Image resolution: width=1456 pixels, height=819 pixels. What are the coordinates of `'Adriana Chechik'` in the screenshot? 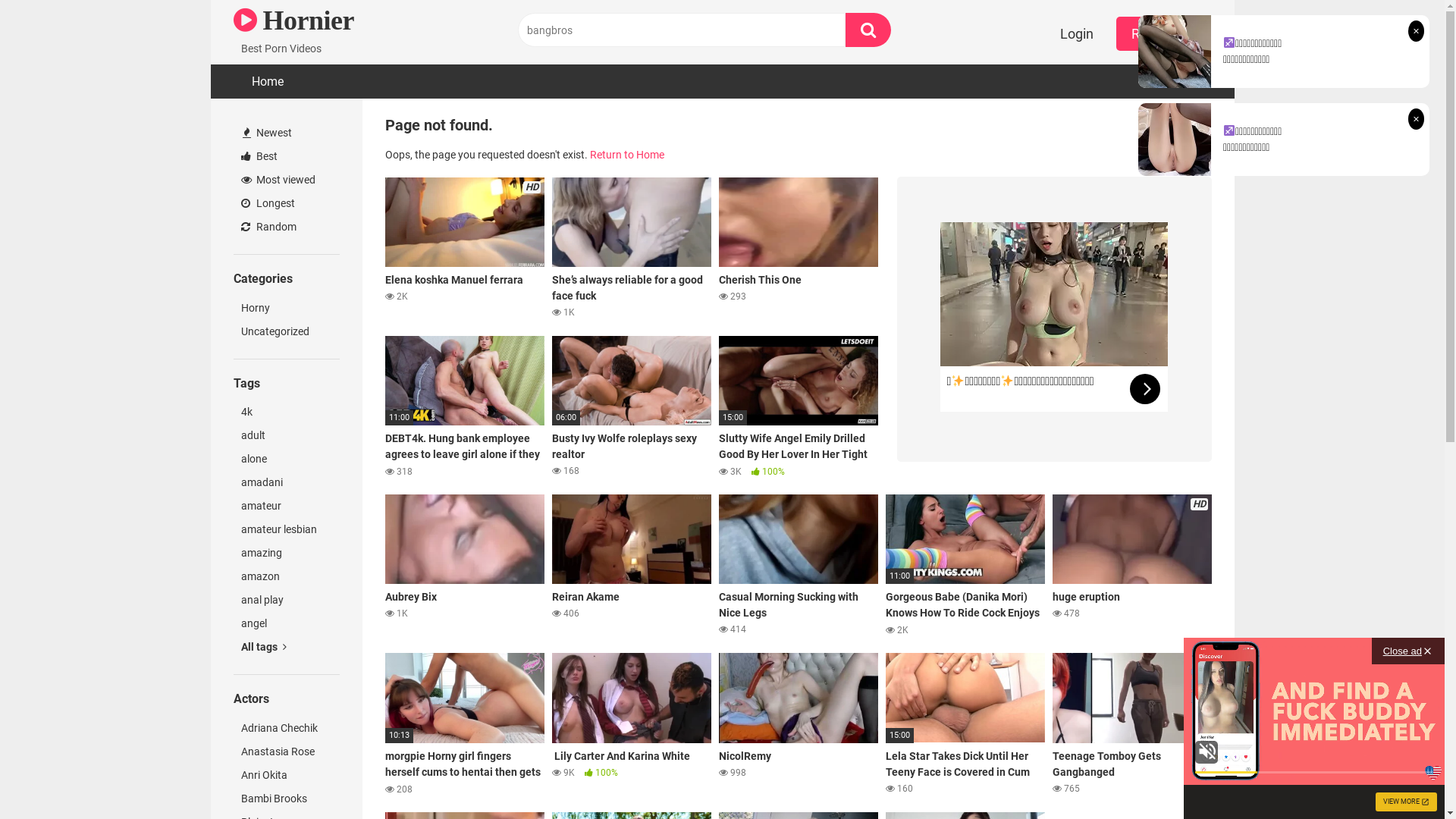 It's located at (287, 727).